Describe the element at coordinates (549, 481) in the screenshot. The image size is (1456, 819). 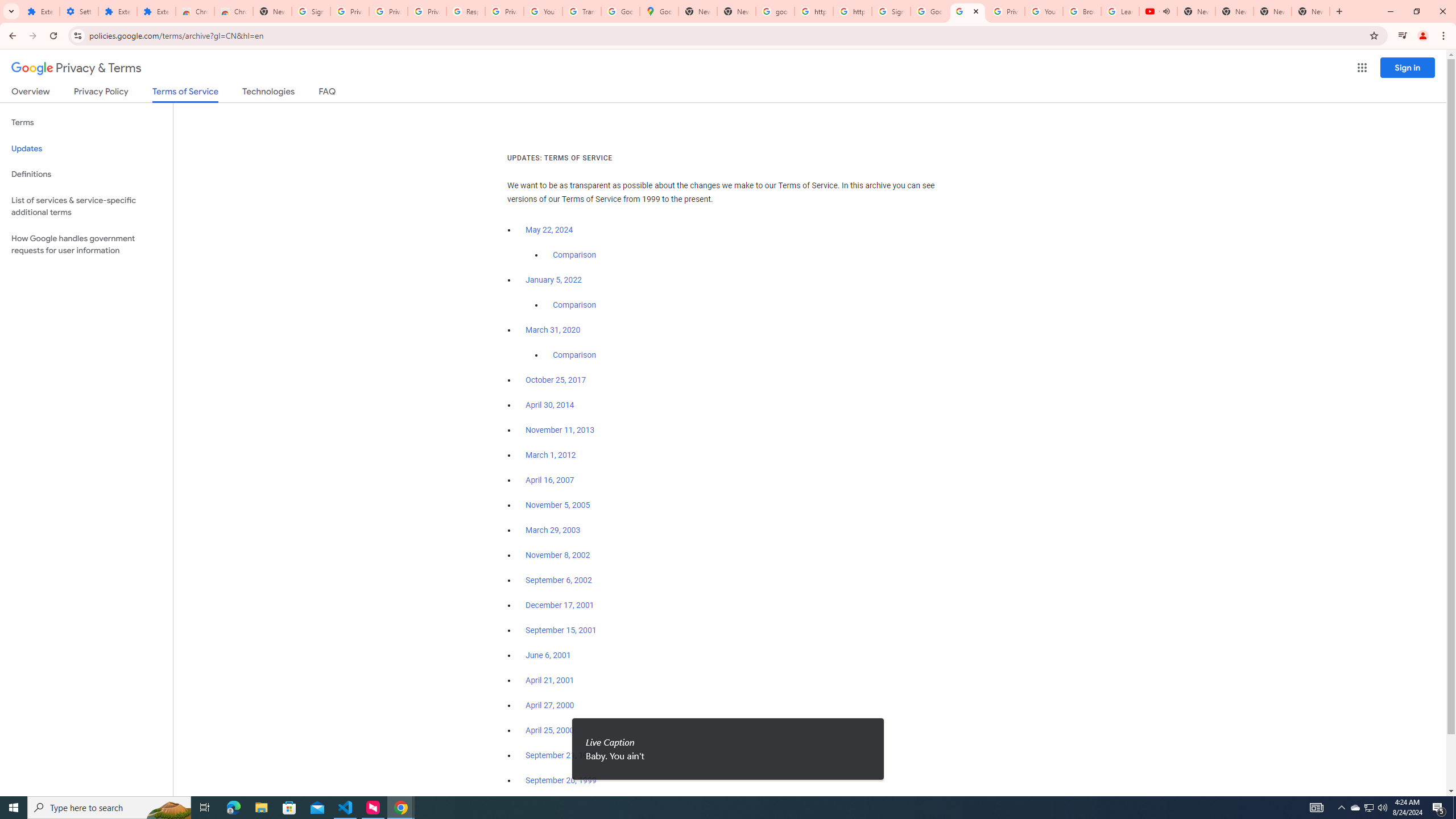
I see `'April 16, 2007'` at that location.